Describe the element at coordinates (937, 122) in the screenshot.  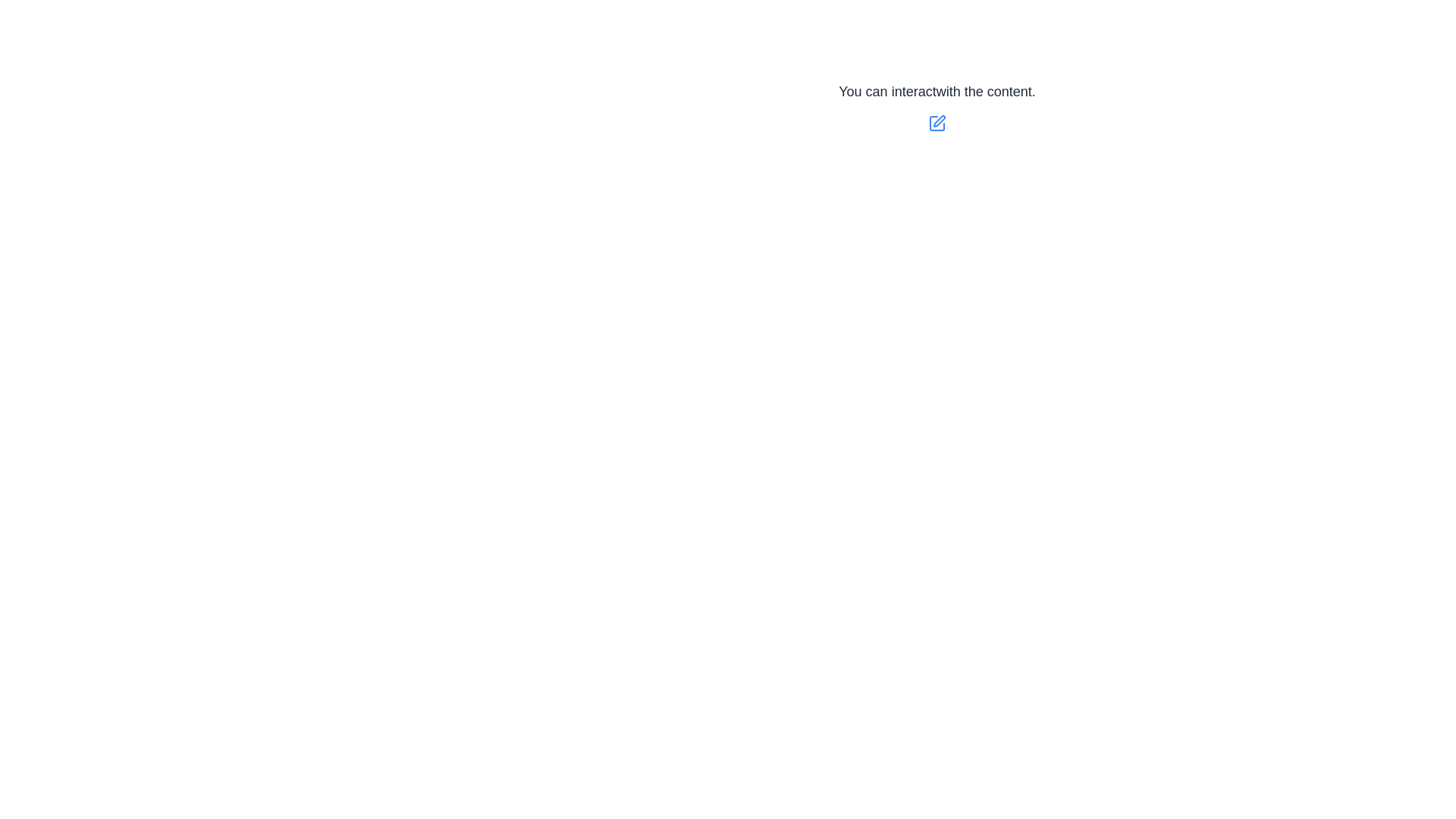
I see `the blue square icon button with a pencil symbol` at that location.